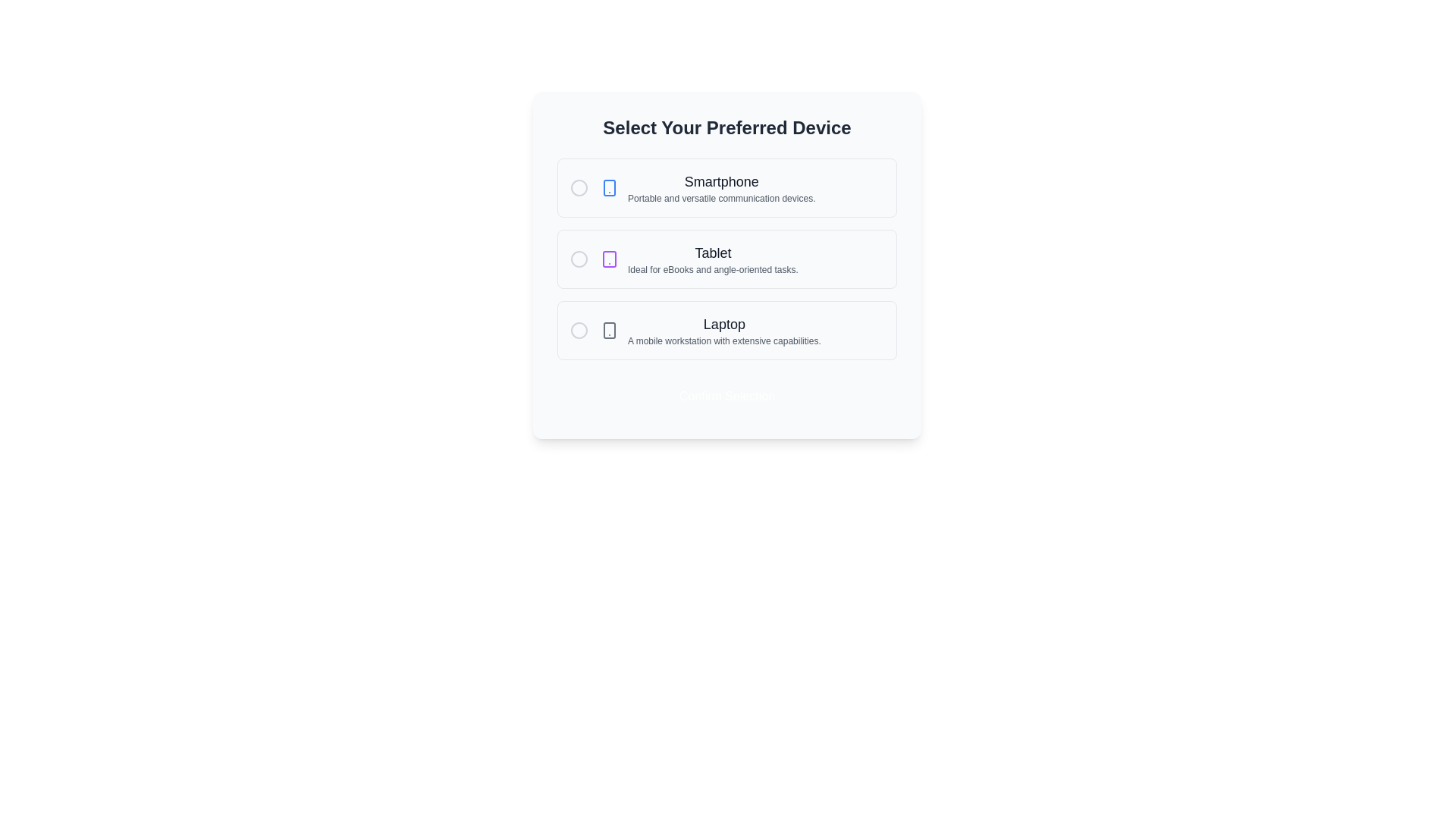 The image size is (1456, 819). Describe the element at coordinates (698, 259) in the screenshot. I see `the second item in the 'Select Your Preferred Device' list, which features a purple tablet icon and bold text 'Tablet'` at that location.